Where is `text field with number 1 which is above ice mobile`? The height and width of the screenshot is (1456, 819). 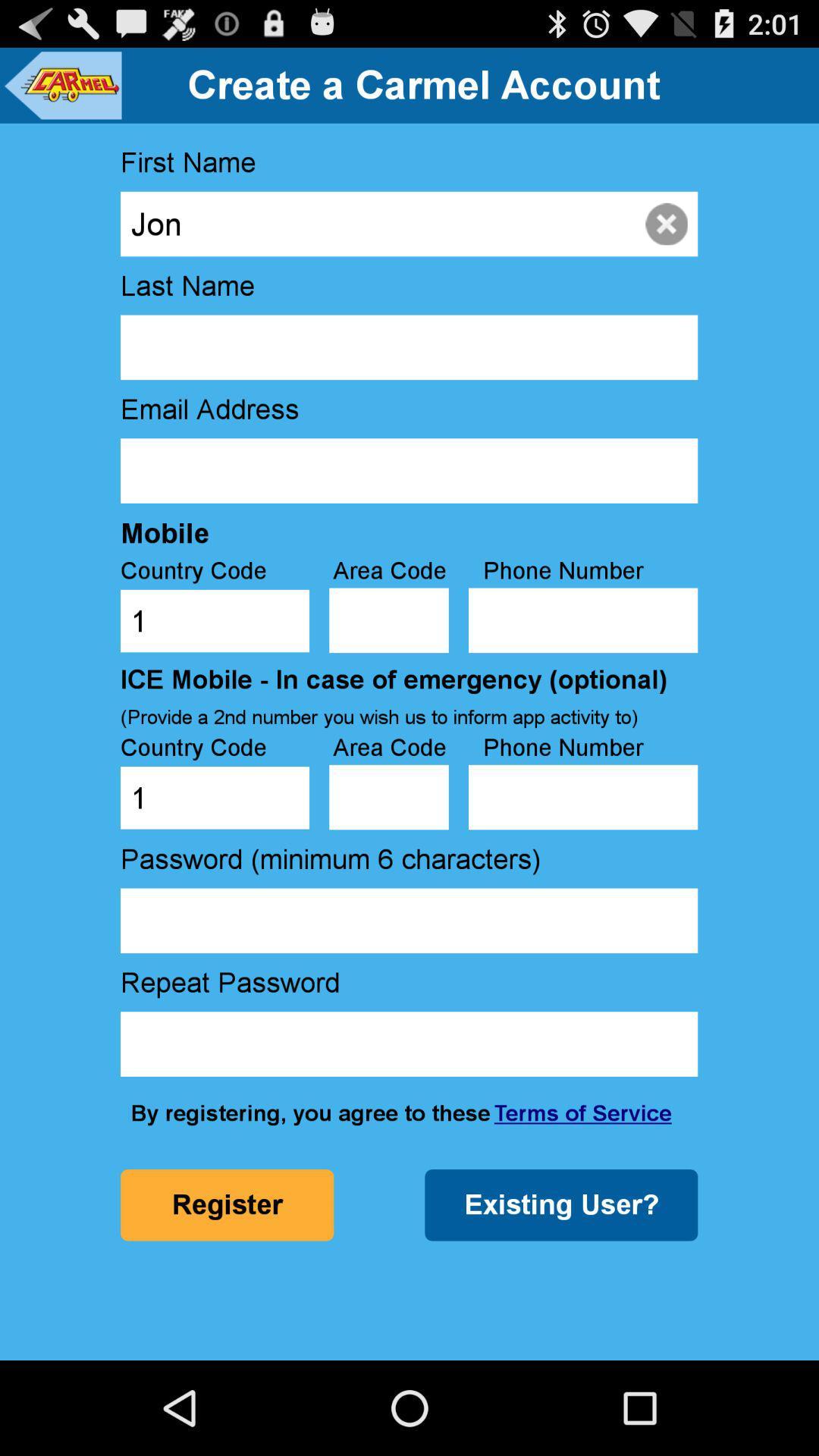
text field with number 1 which is above ice mobile is located at coordinates (215, 621).